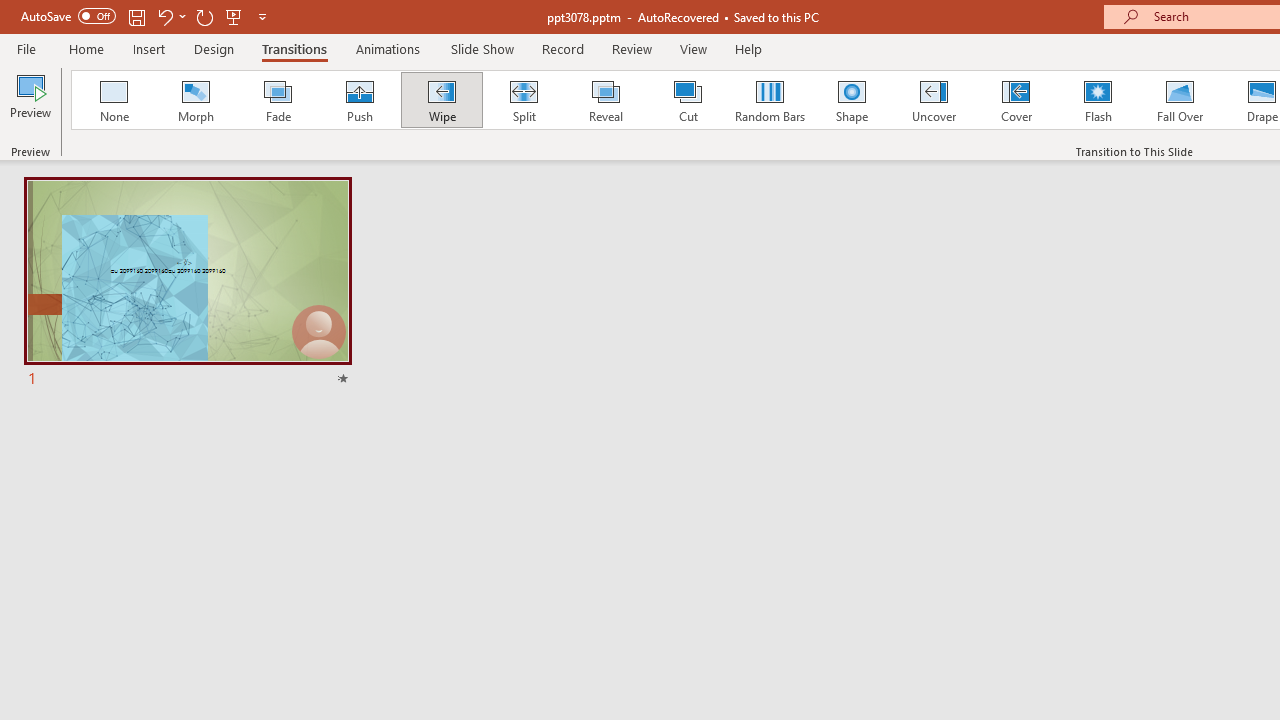 Image resolution: width=1280 pixels, height=720 pixels. Describe the element at coordinates (276, 100) in the screenshot. I see `'Fade'` at that location.